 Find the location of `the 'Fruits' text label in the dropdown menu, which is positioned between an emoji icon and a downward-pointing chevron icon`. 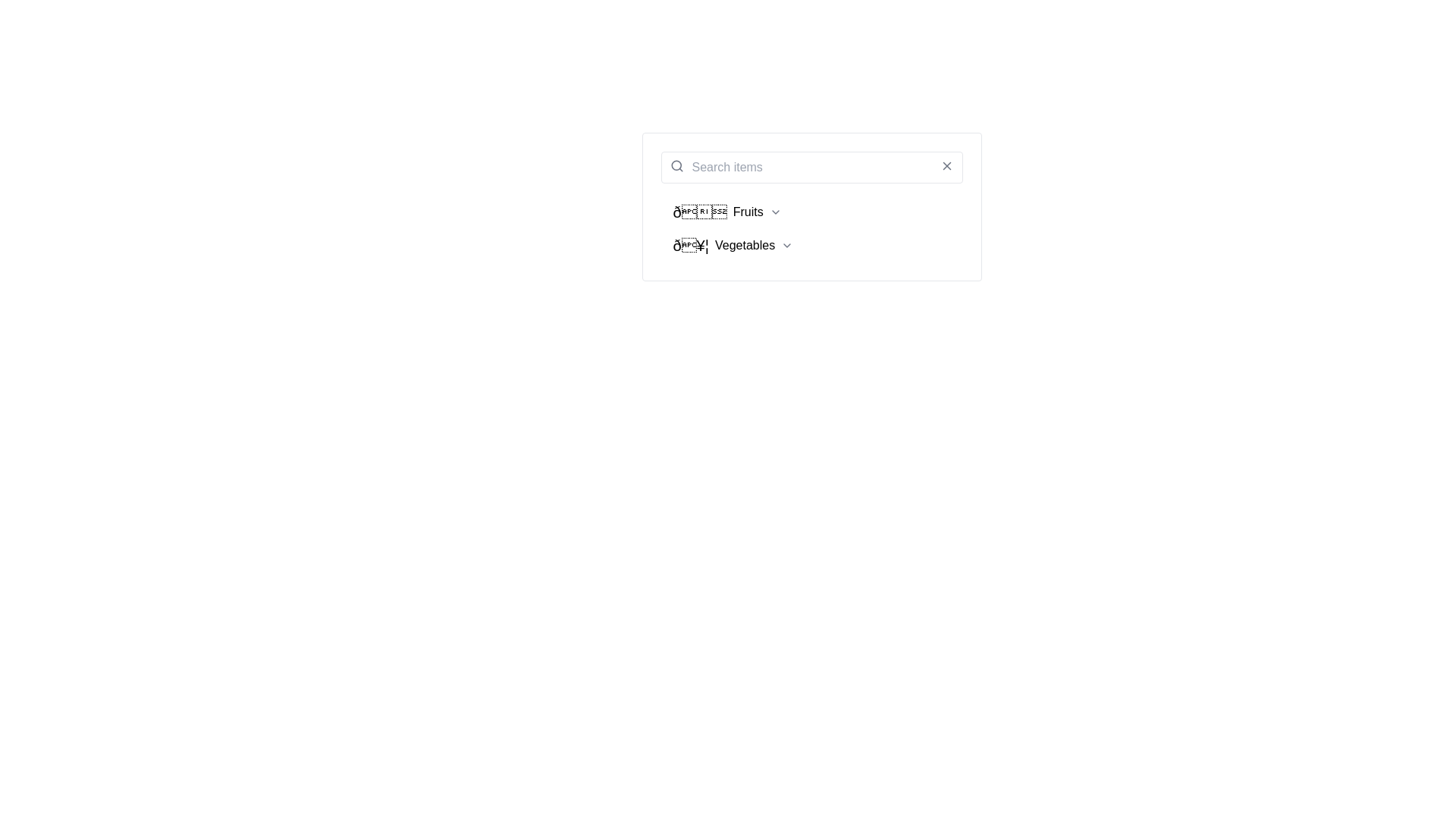

the 'Fruits' text label in the dropdown menu, which is positioned between an emoji icon and a downward-pointing chevron icon is located at coordinates (748, 212).